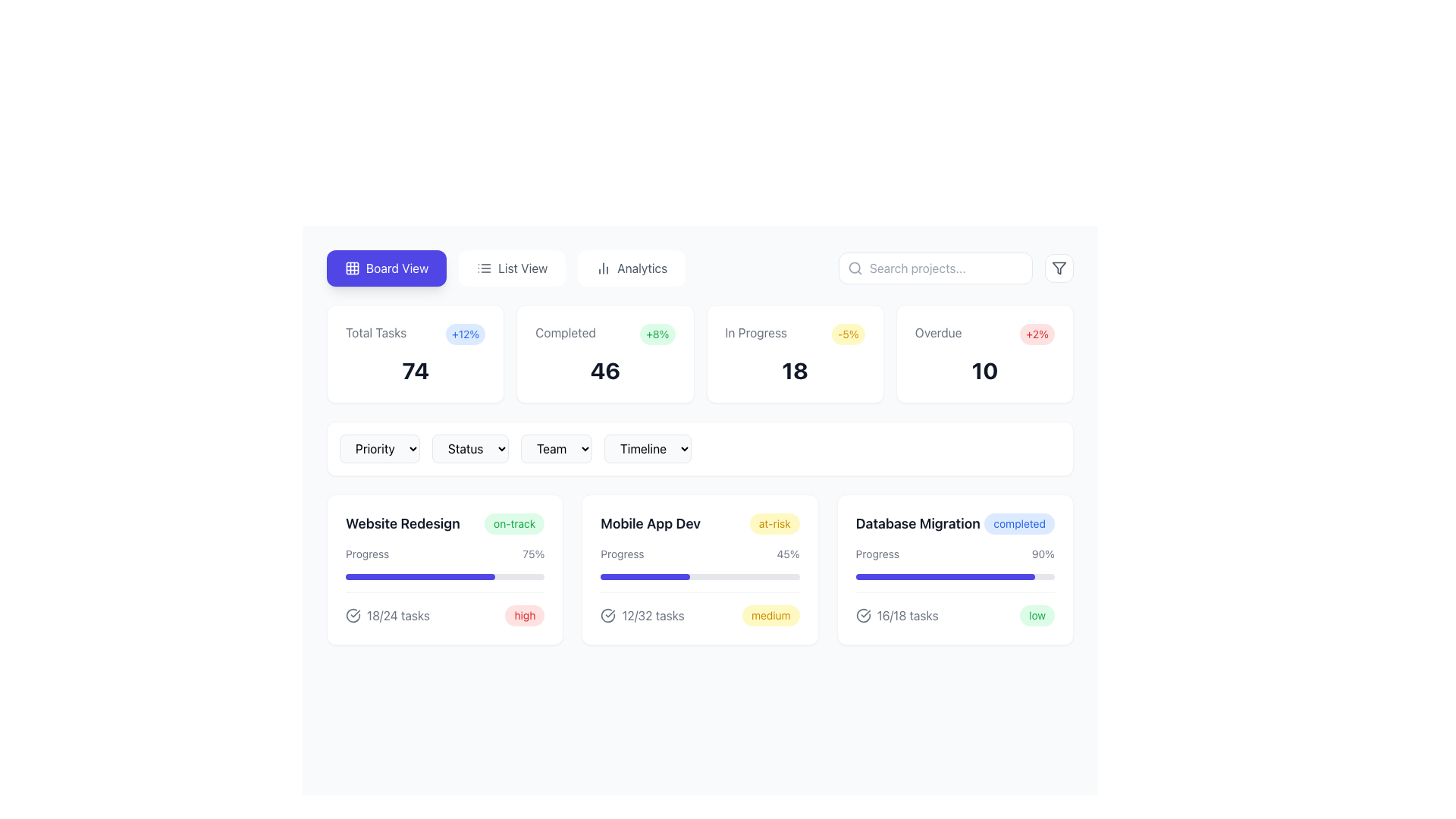 This screenshot has height=819, width=1456. What do you see at coordinates (937, 332) in the screenshot?
I see `the 'Overdue' text label located at the top right section of the dashboard interface, which indicates the status of tasks or items` at bounding box center [937, 332].